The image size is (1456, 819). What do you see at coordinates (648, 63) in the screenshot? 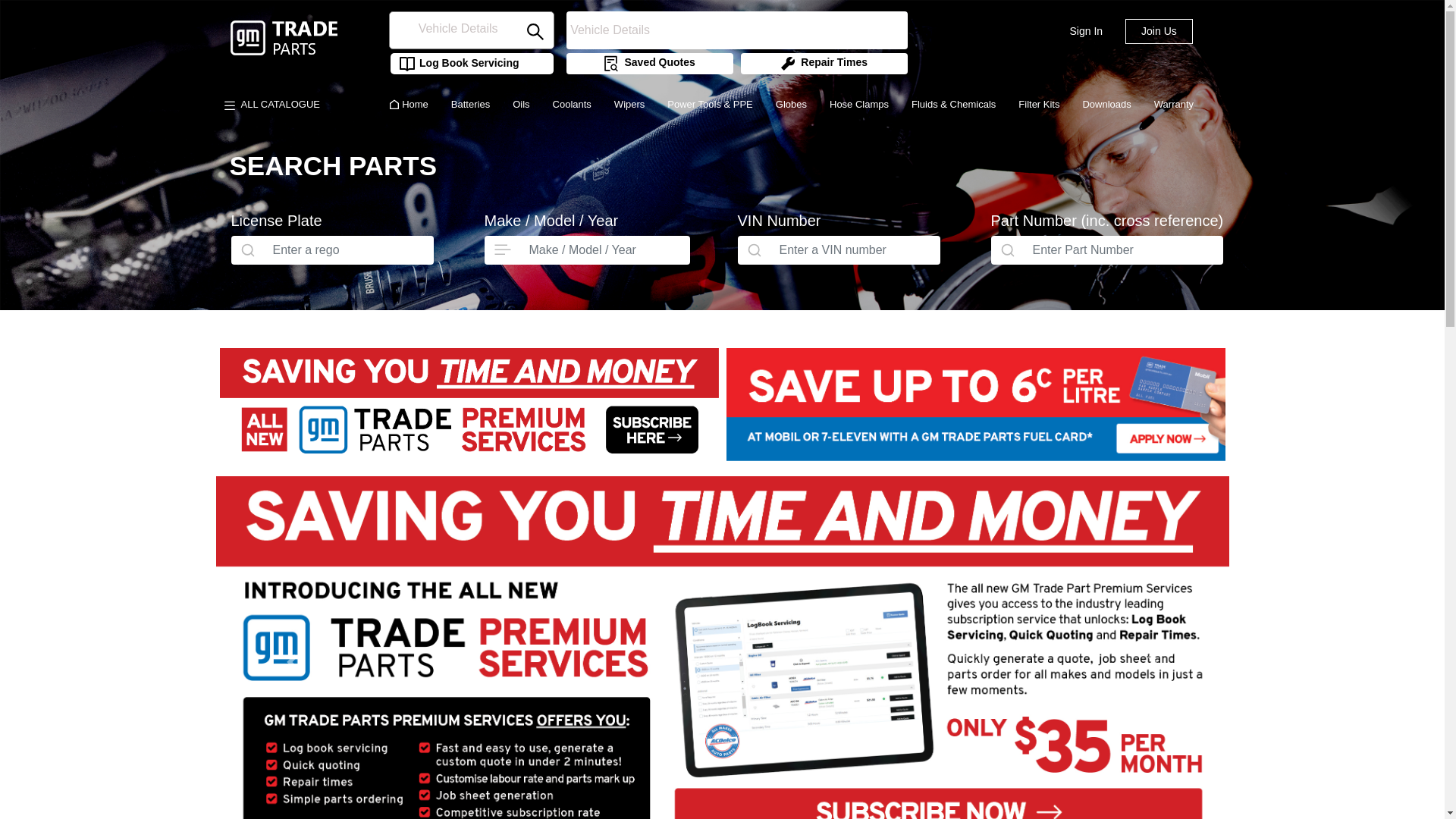
I see `'Saved Quotes'` at bounding box center [648, 63].